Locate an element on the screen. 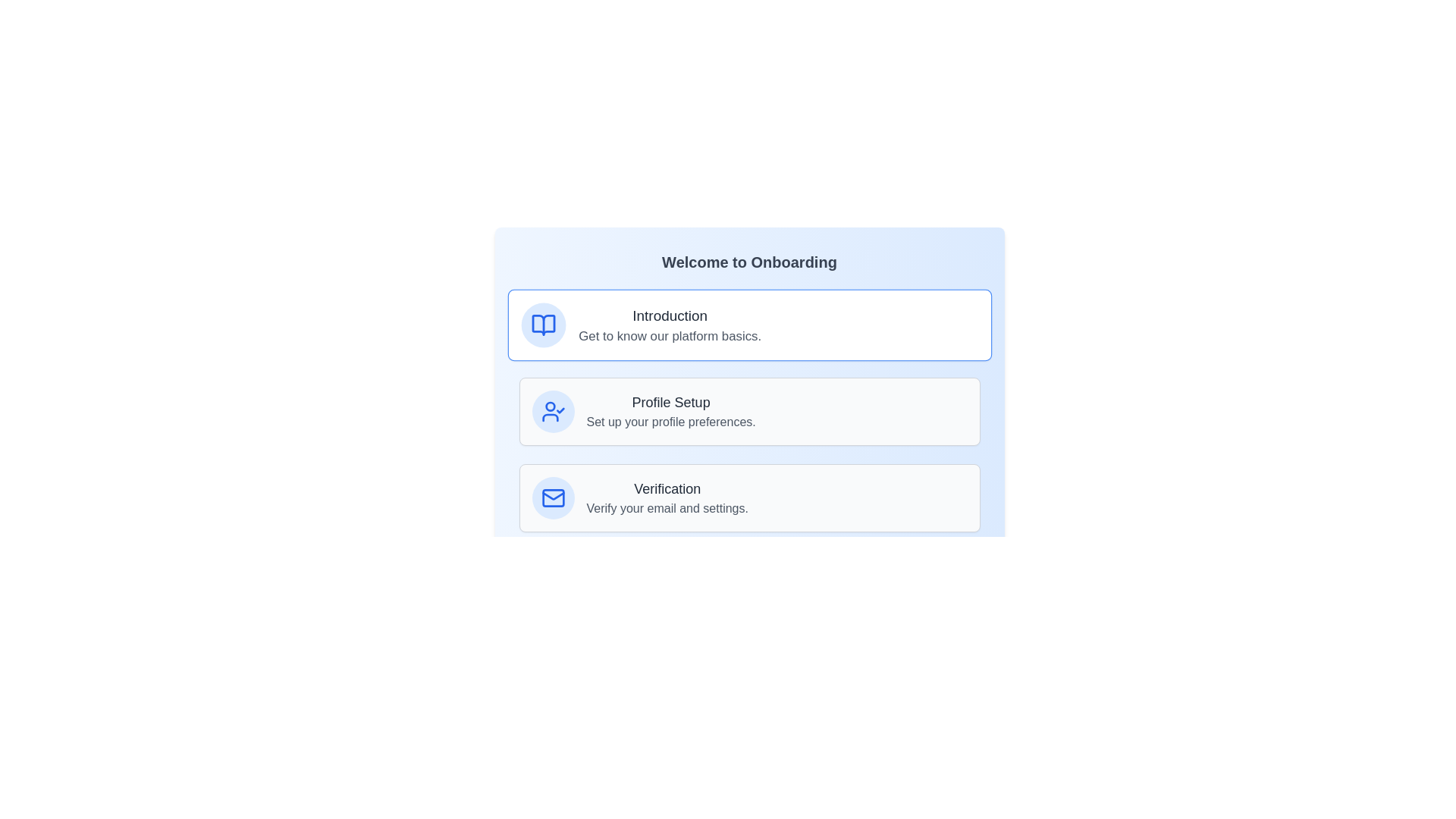 This screenshot has width=1456, height=819. descriptive context provided in the text element located in the card below the heading 'Introduction' in the onboarding sequence is located at coordinates (669, 335).